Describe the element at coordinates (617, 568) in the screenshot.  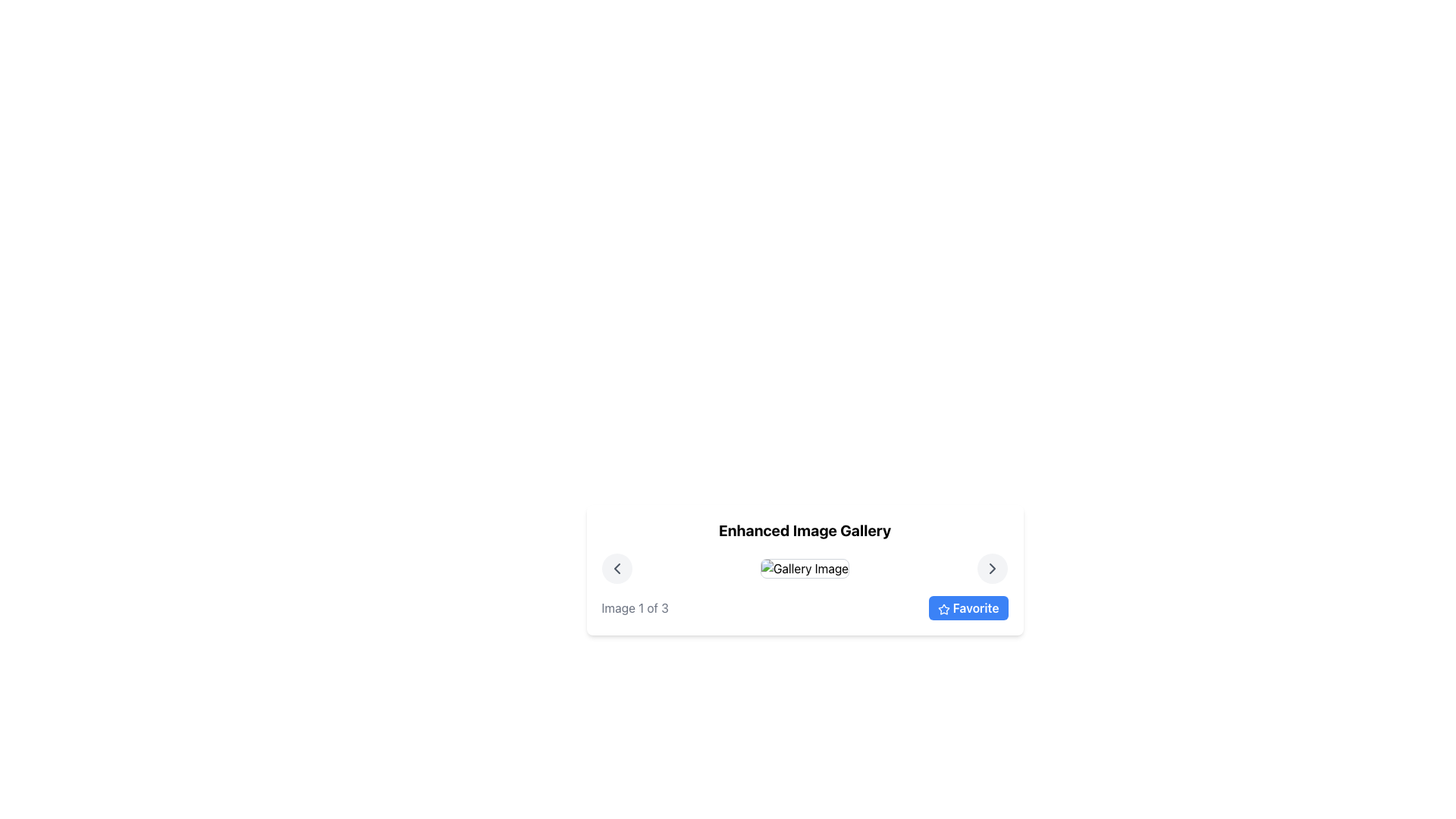
I see `the Chevron Left icon located at the leftmost side of the gallery navigation interface` at that location.